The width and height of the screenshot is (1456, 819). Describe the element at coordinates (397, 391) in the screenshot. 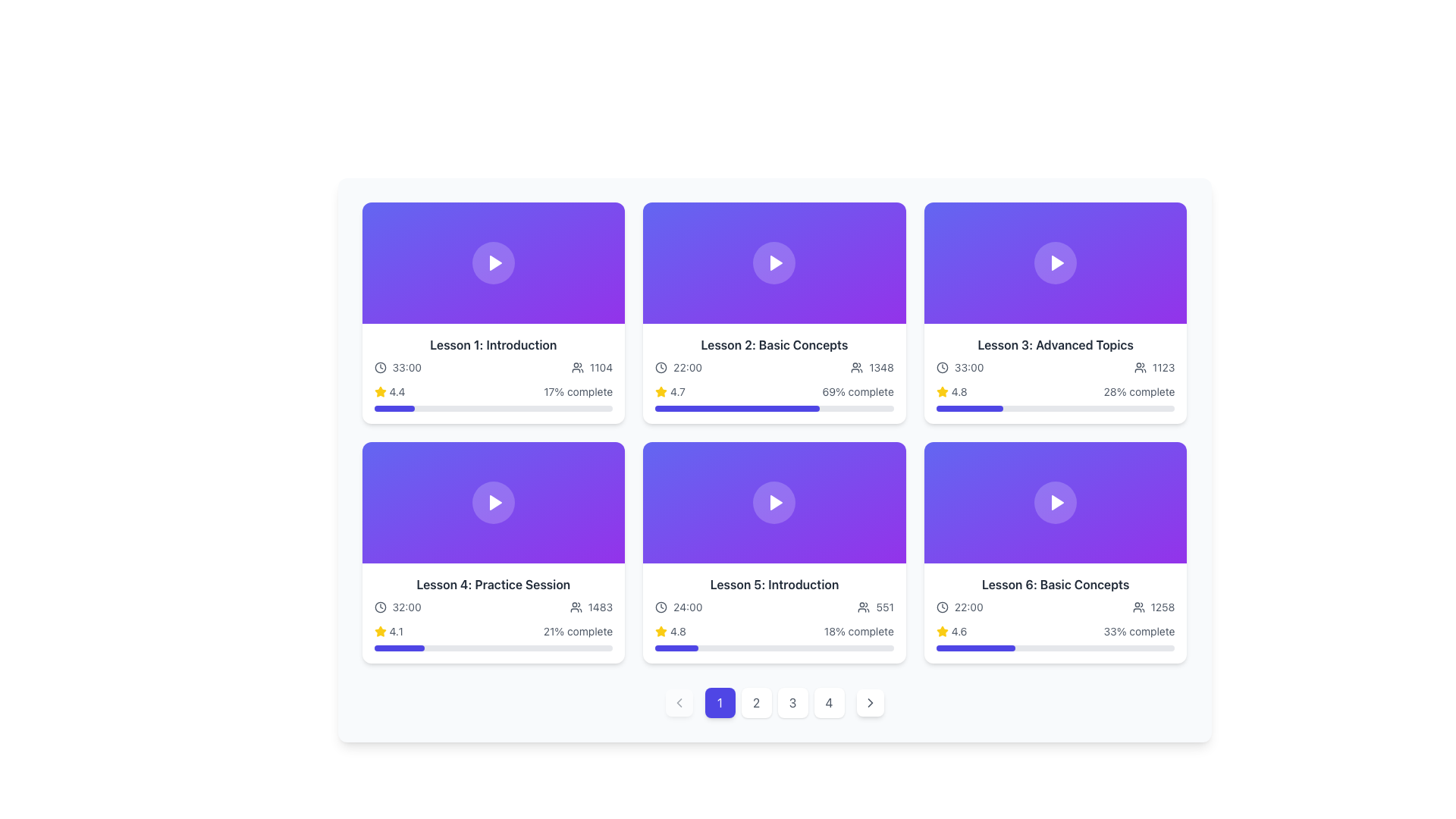

I see `displayed rating value '4.4' from the text element located to the right of the yellow star icon in the rating section of the first lesson card` at that location.